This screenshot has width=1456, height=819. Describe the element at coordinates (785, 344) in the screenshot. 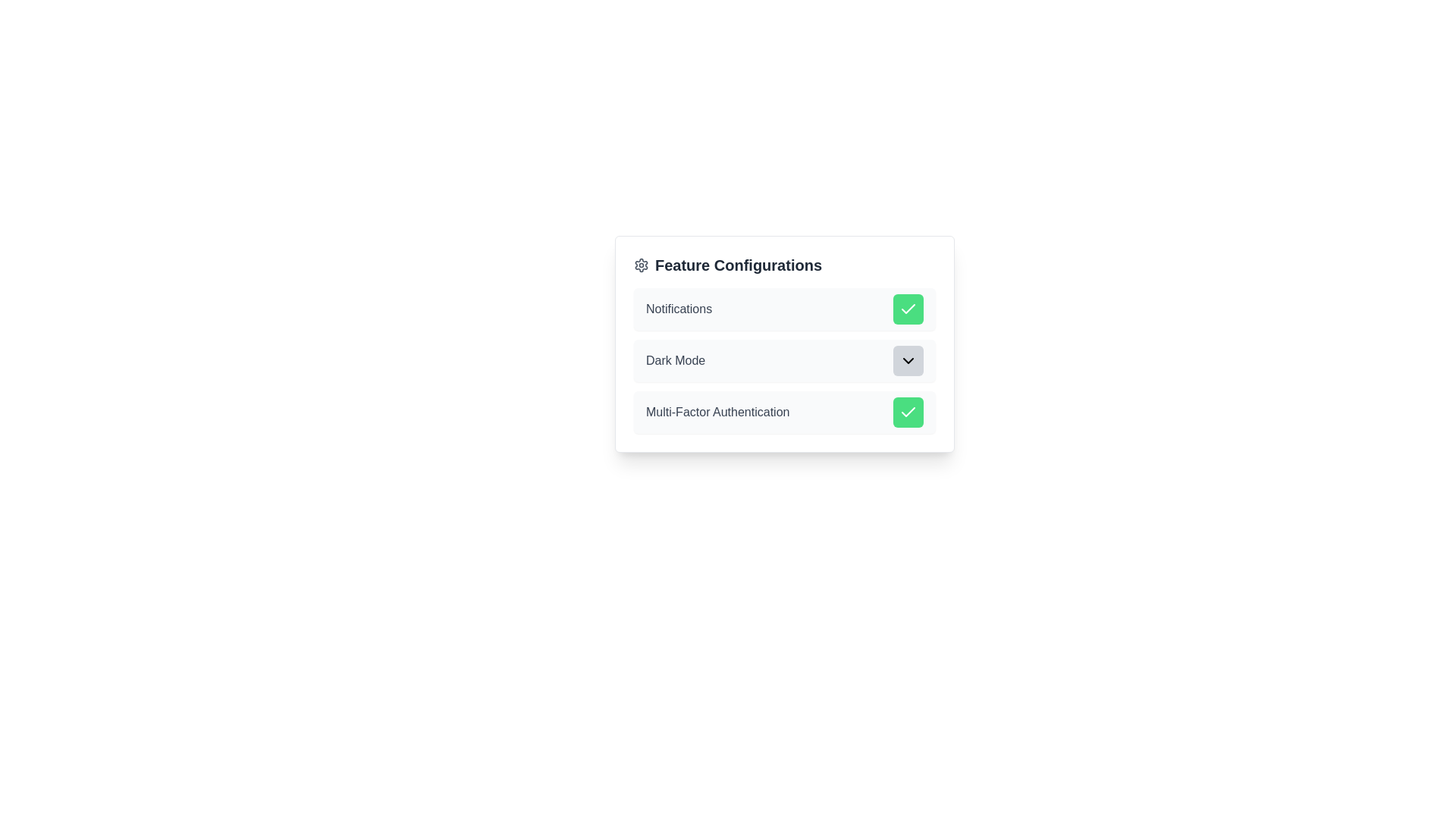

I see `an option from the dropdown menu in the configuration panel, which is the primary card containing various feature settings such as notifications, dark mode, and multi-factor authentication` at that location.